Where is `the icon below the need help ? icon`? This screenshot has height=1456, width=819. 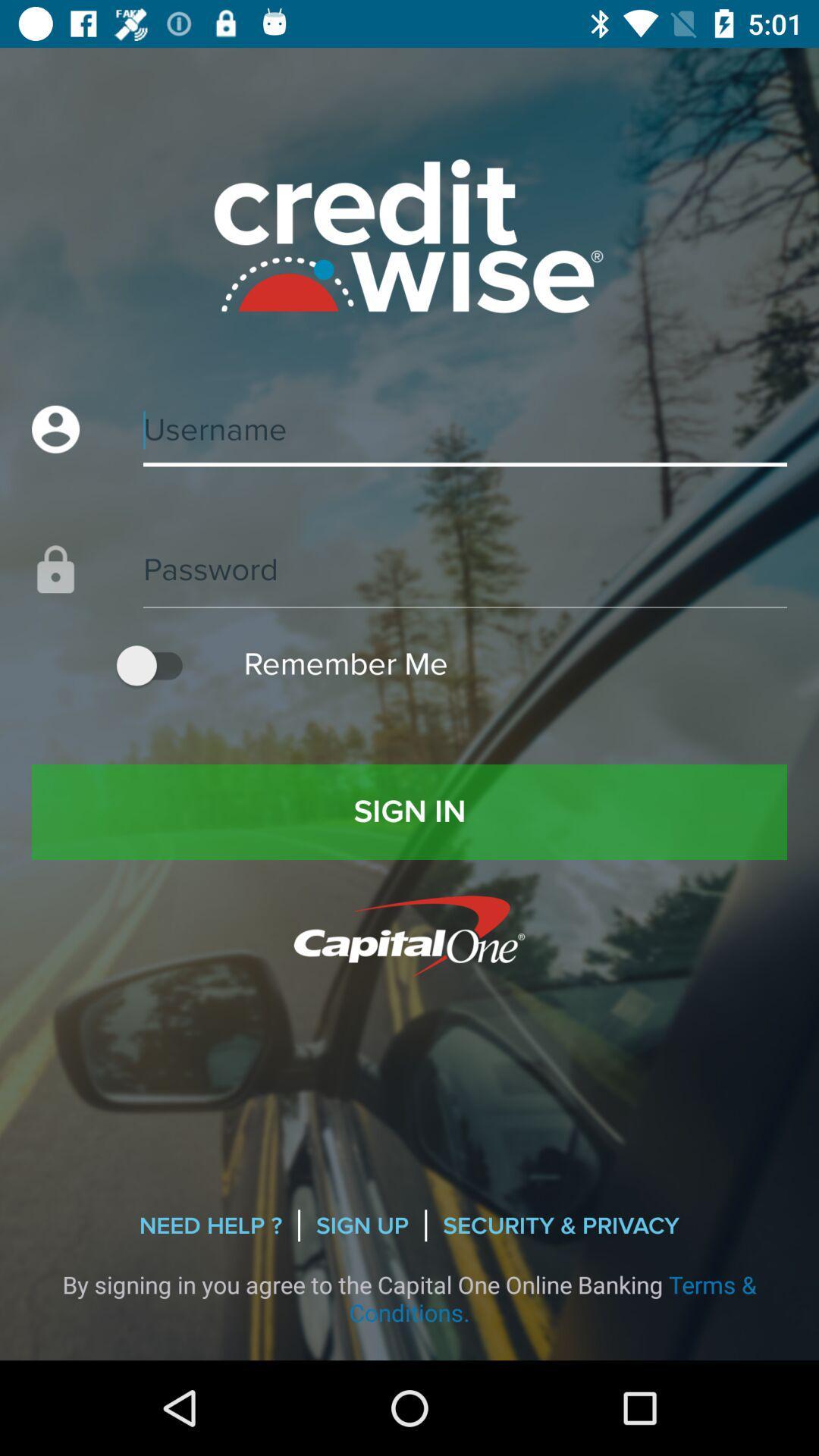 the icon below the need help ? icon is located at coordinates (409, 1298).